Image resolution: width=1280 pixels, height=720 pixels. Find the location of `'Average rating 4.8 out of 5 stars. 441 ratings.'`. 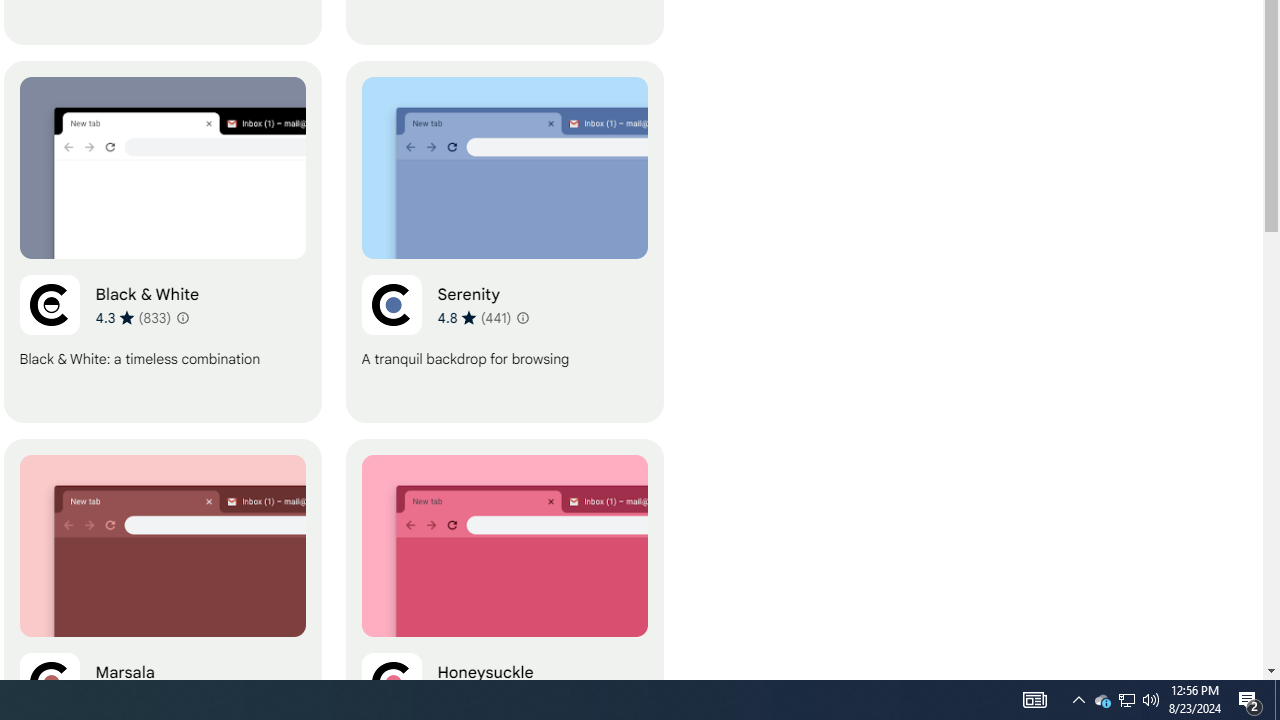

'Average rating 4.8 out of 5 stars. 441 ratings.' is located at coordinates (473, 316).